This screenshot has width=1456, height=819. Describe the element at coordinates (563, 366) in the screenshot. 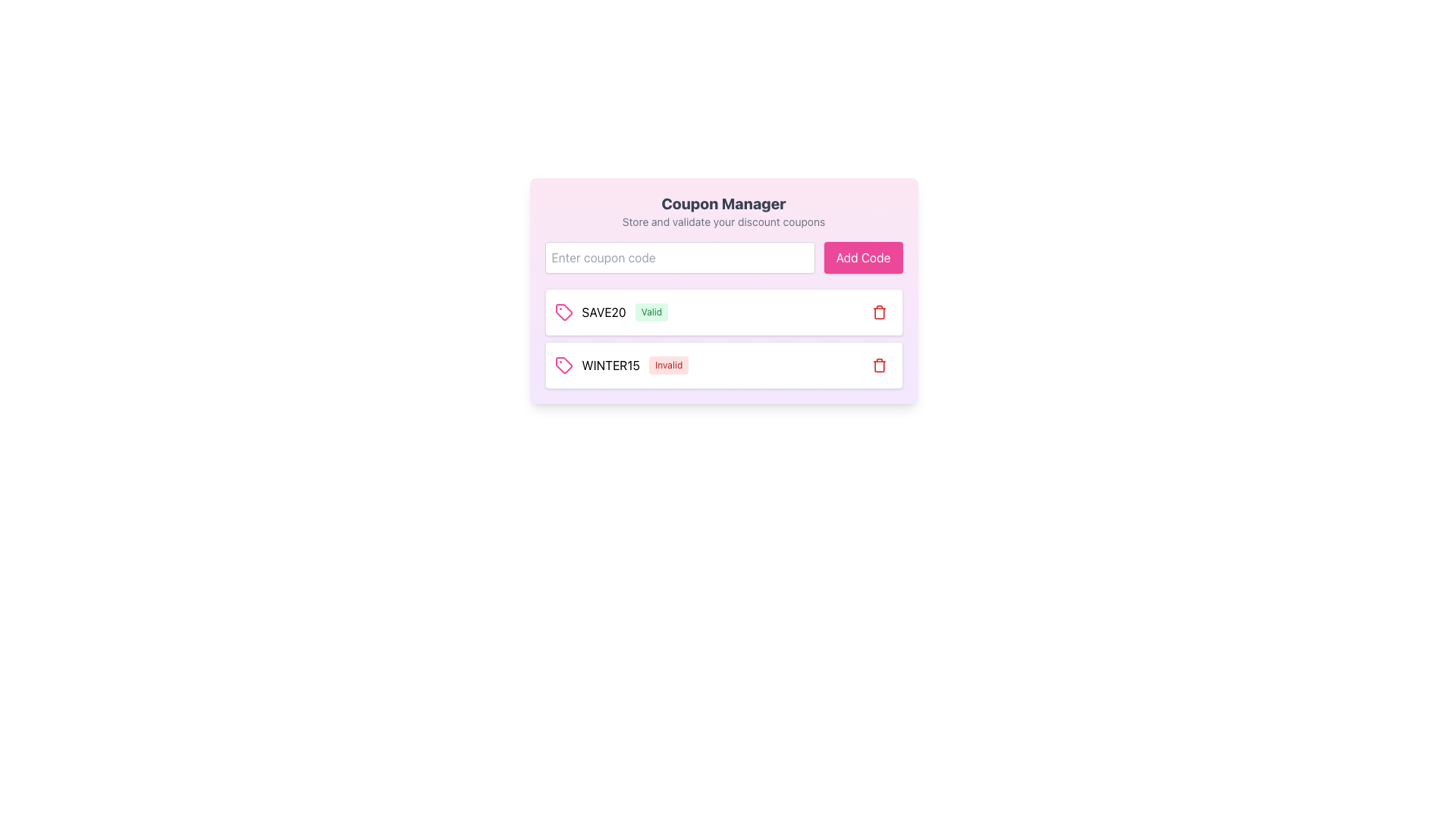

I see `the tag-shaped icon with a bold pink color located in the second row of the coupon list, to the far left of the row titled 'WINTER15'` at that location.